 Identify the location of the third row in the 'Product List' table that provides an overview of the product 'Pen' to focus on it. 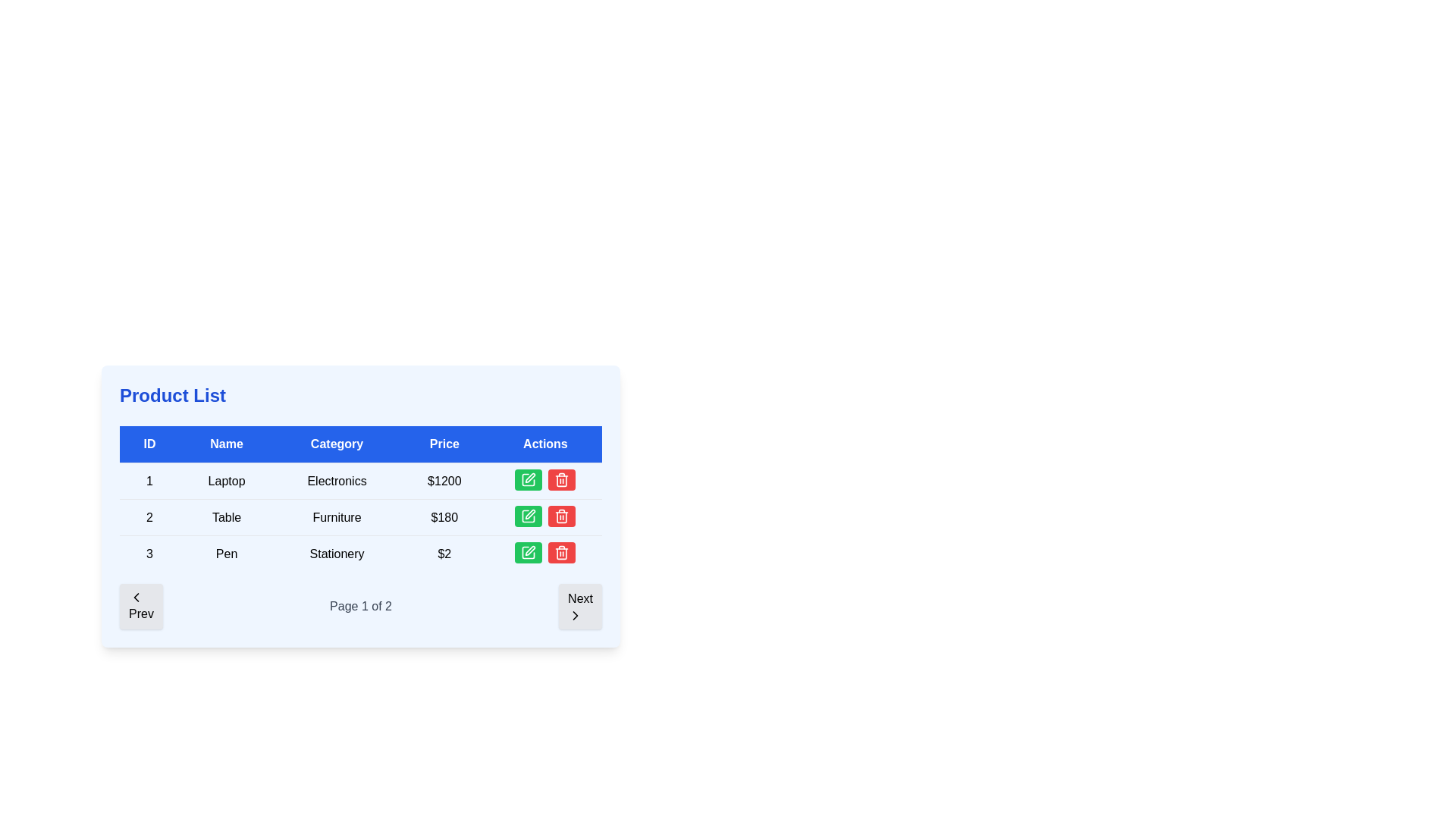
(359, 553).